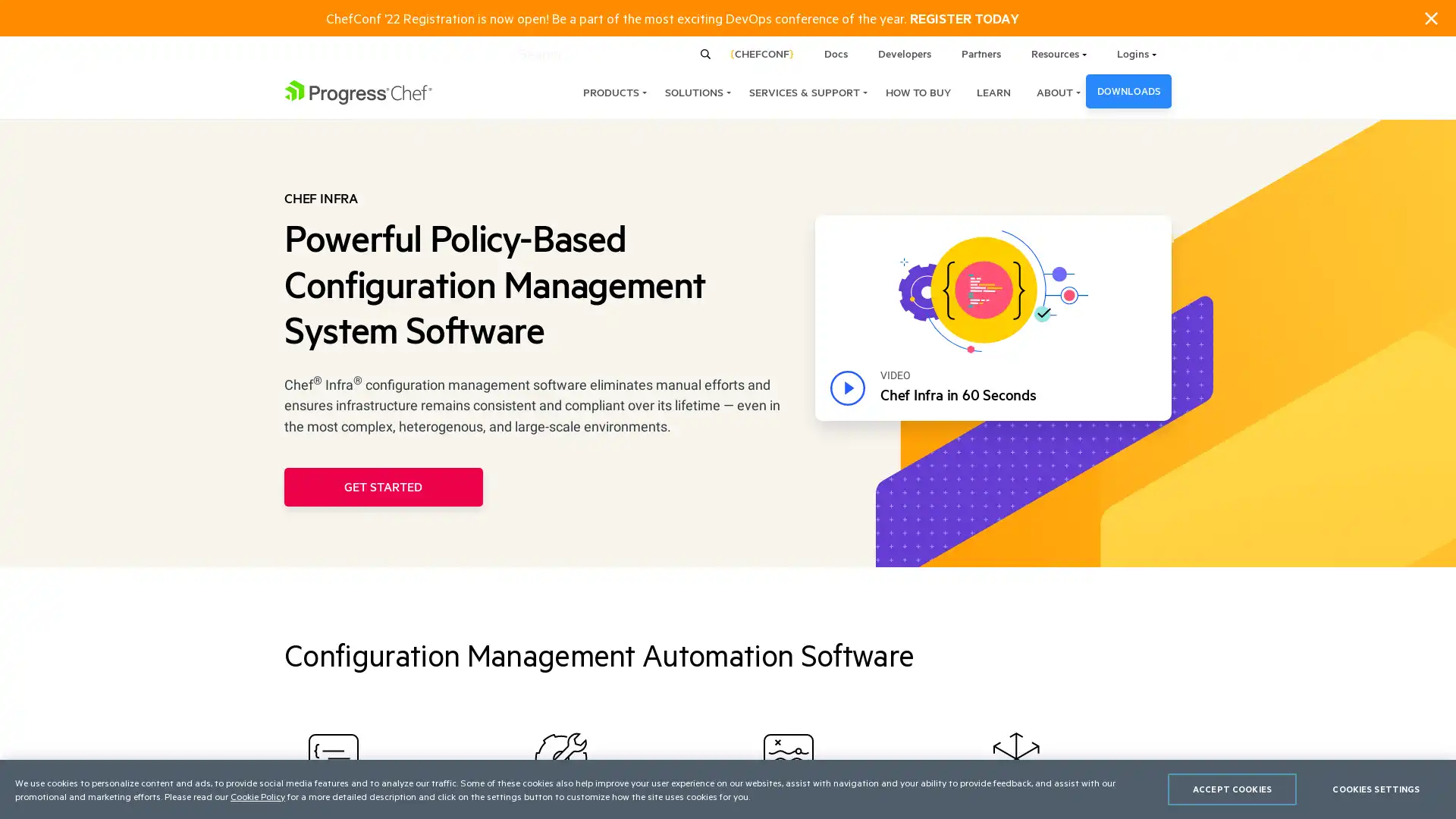 This screenshot has height=819, width=1456. What do you see at coordinates (770, 93) in the screenshot?
I see `SERVICES & SUPPORT` at bounding box center [770, 93].